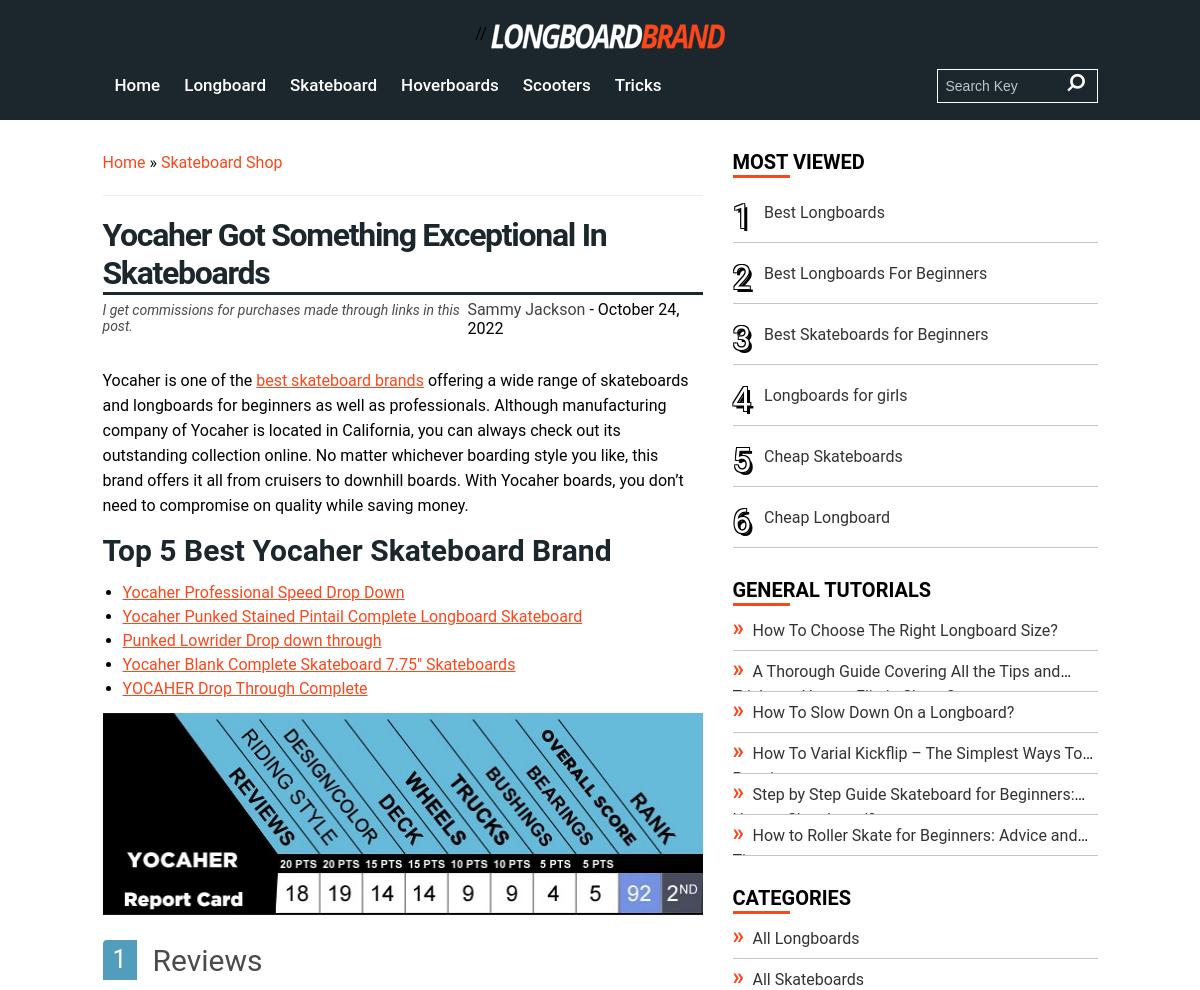 This screenshot has height=990, width=1200. Describe the element at coordinates (351, 615) in the screenshot. I see `'Yocaher Punked Stained Pintail Complete Longboard Skateboard'` at that location.